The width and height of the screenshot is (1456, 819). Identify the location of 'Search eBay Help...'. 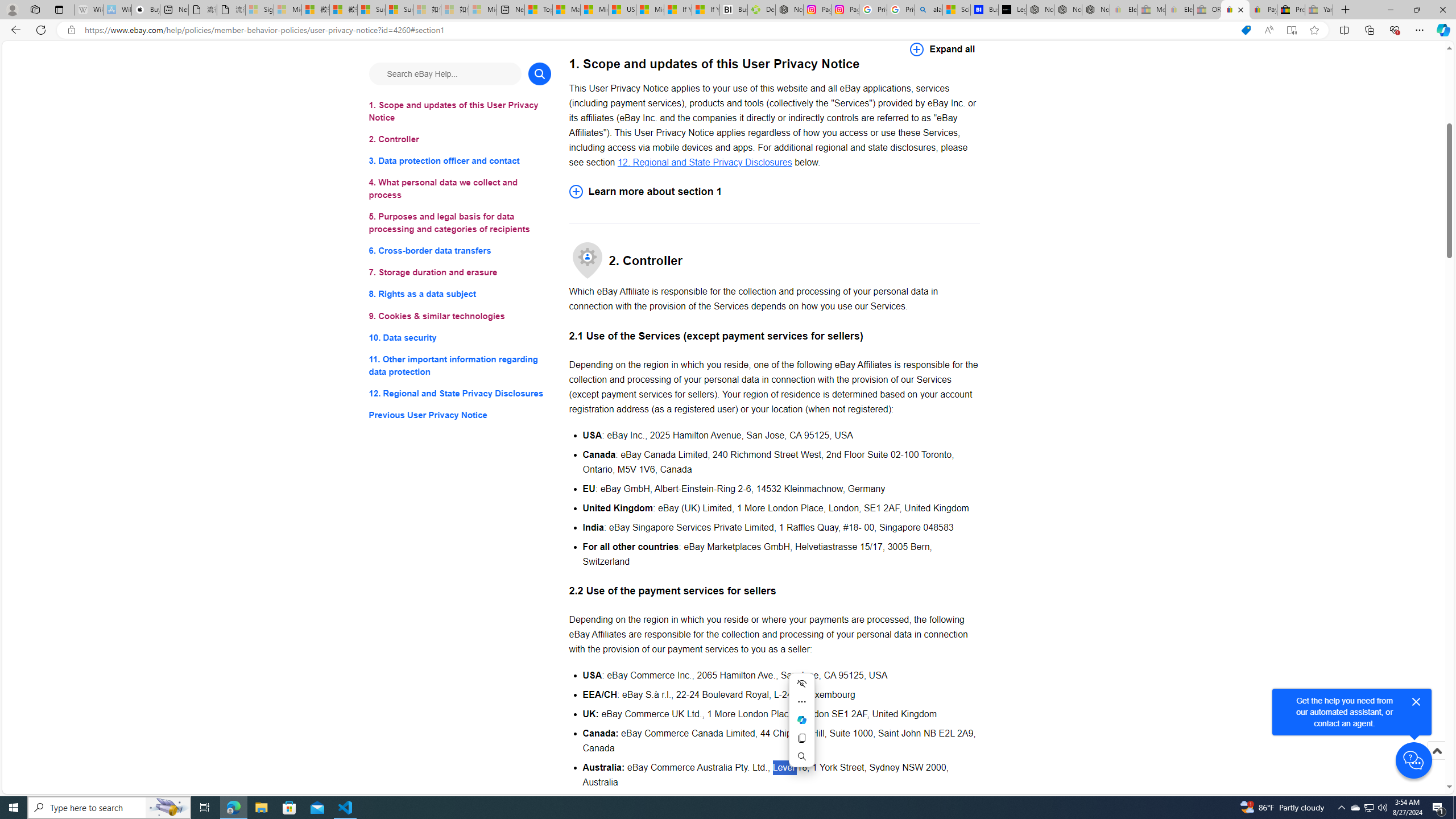
(445, 73).